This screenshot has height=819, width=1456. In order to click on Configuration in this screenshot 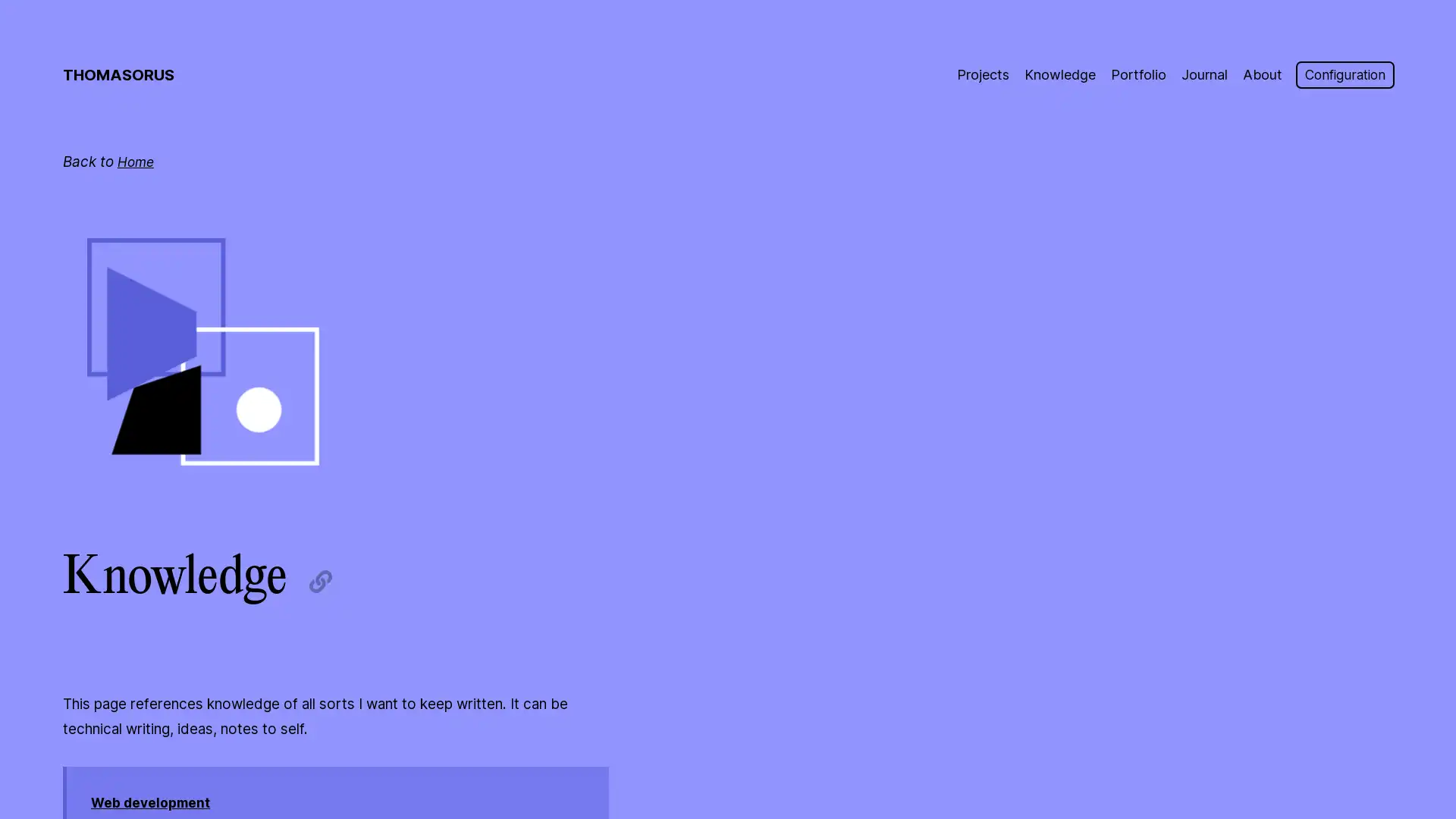, I will do `click(1340, 75)`.